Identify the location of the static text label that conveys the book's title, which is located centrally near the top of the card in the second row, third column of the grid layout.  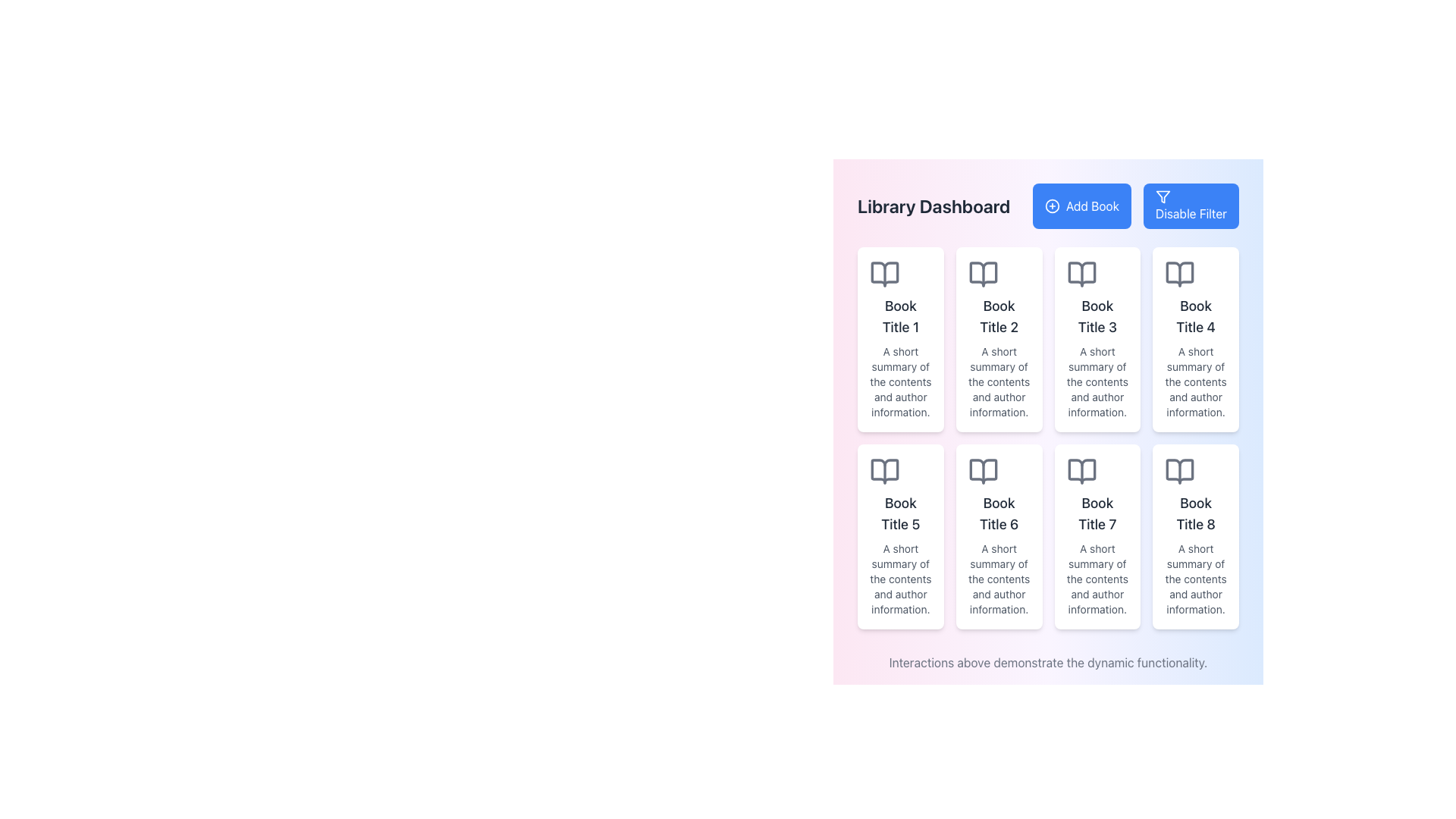
(1097, 513).